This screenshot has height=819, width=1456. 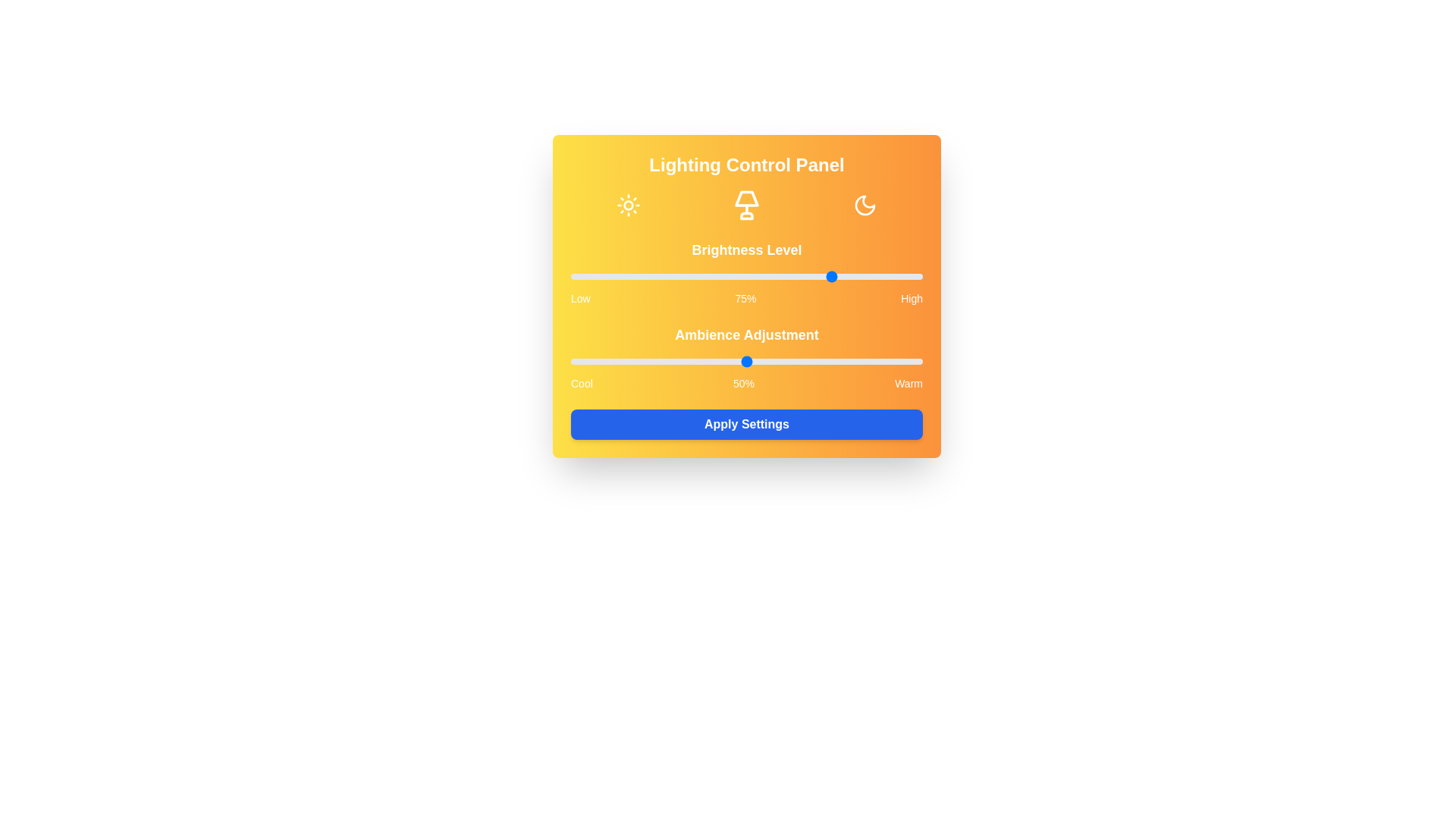 I want to click on the ambiance level to 82% by adjusting the slider, so click(x=859, y=362).